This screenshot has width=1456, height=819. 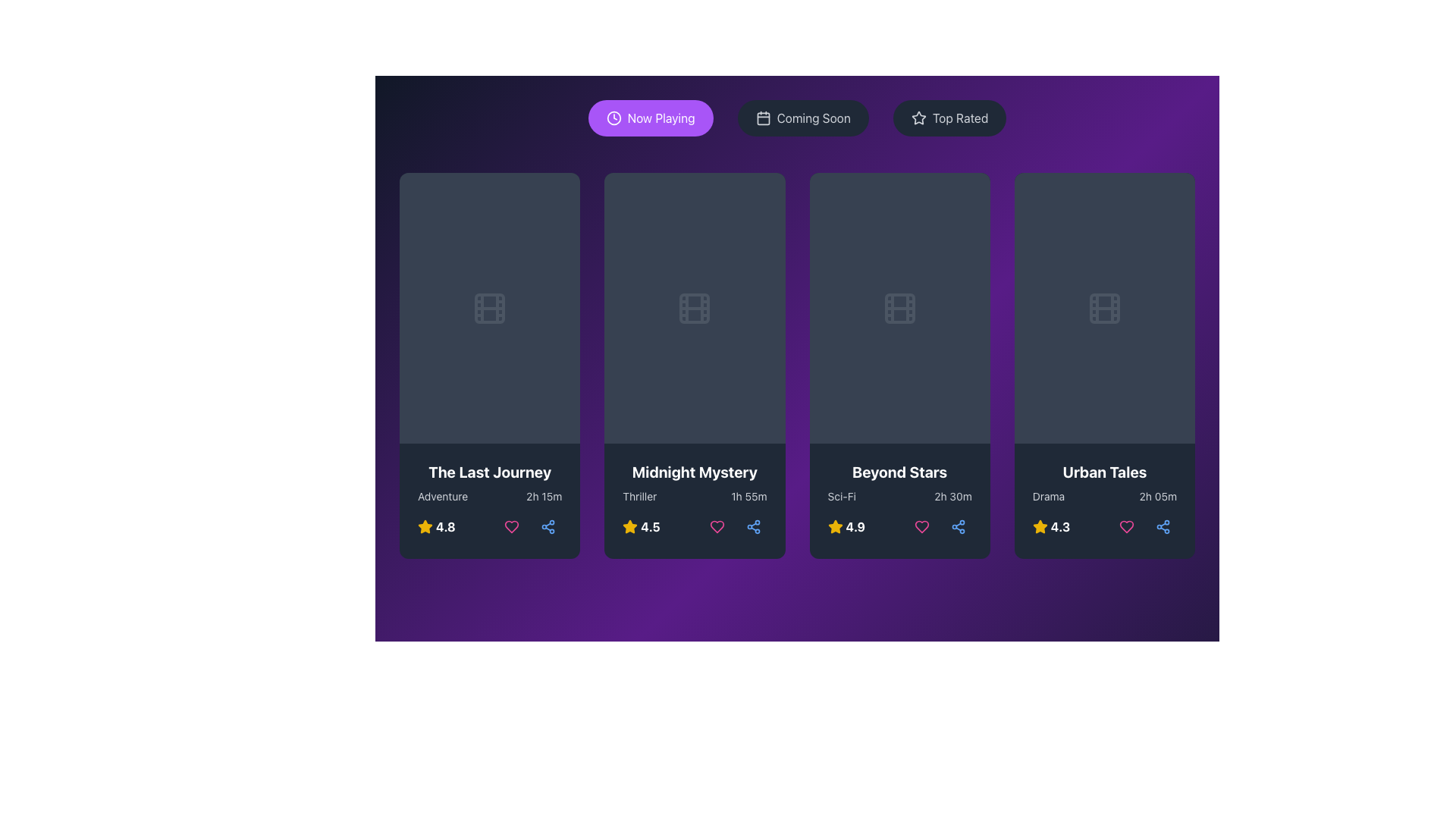 I want to click on the favorite icon/button located at the bottom area of 'The Last Journey' movie card to like or favorite the movie, so click(x=512, y=526).